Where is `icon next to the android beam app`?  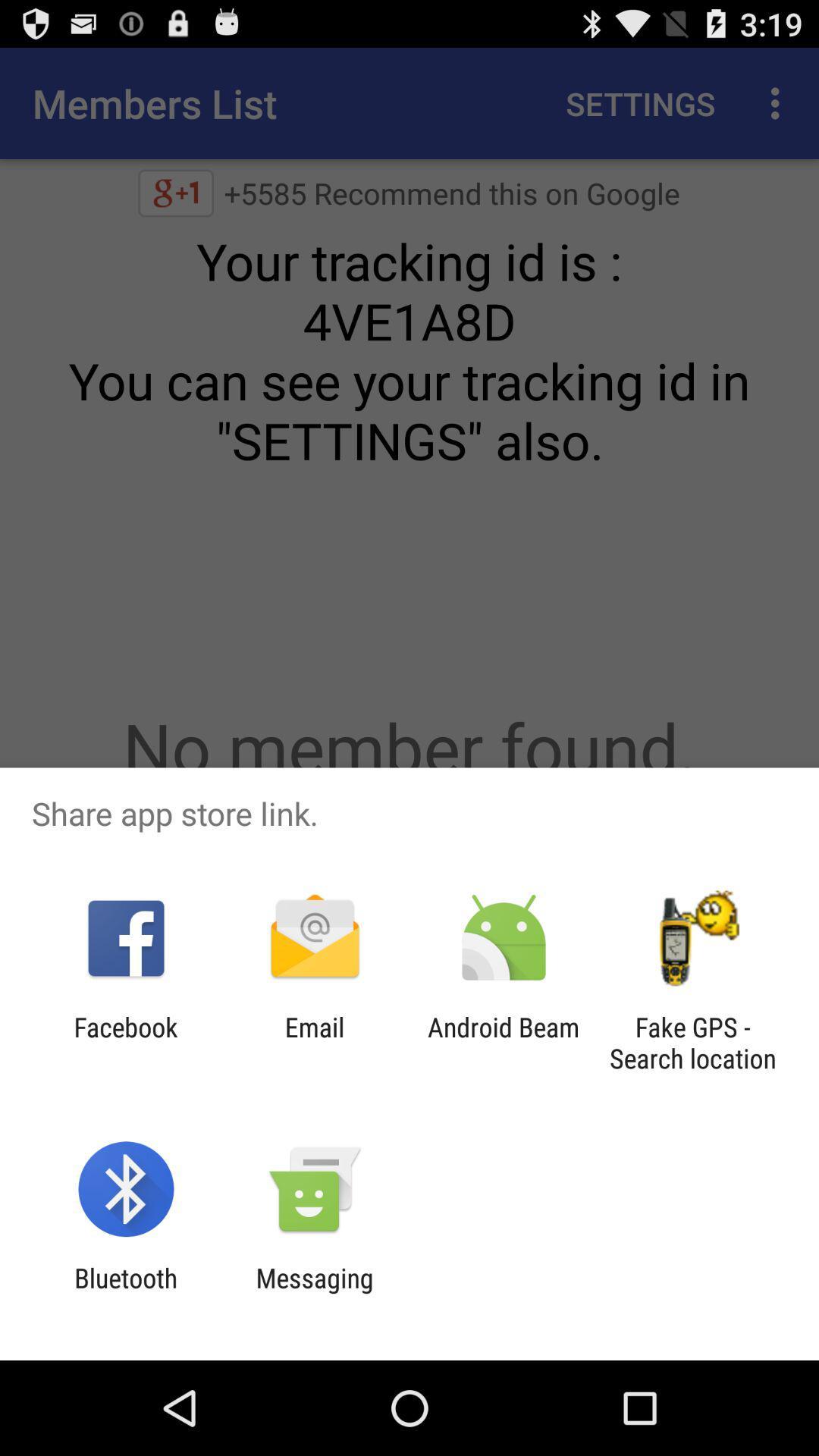 icon next to the android beam app is located at coordinates (692, 1042).